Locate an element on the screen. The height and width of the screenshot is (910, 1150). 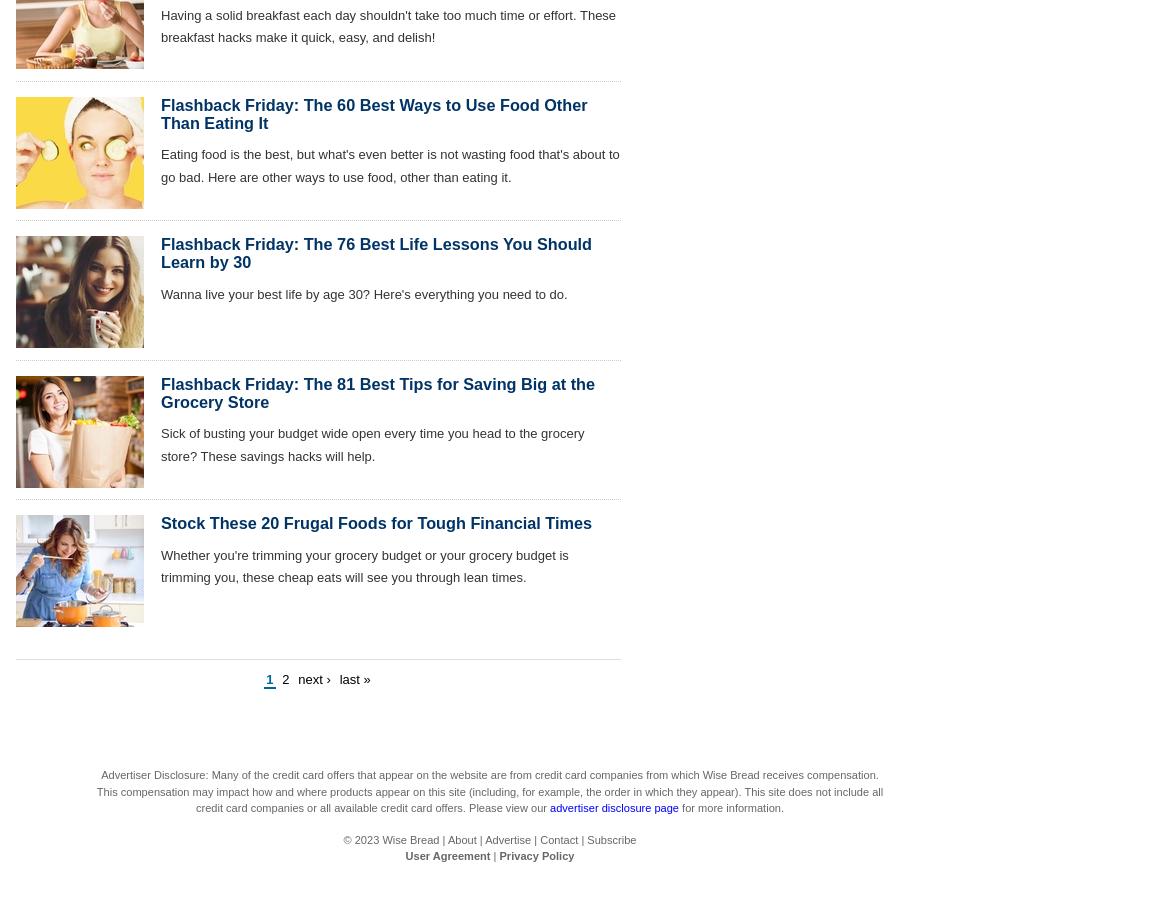
'Flashback Friday: The 60 Best Ways to Use Food Other Than Eating It' is located at coordinates (160, 113).